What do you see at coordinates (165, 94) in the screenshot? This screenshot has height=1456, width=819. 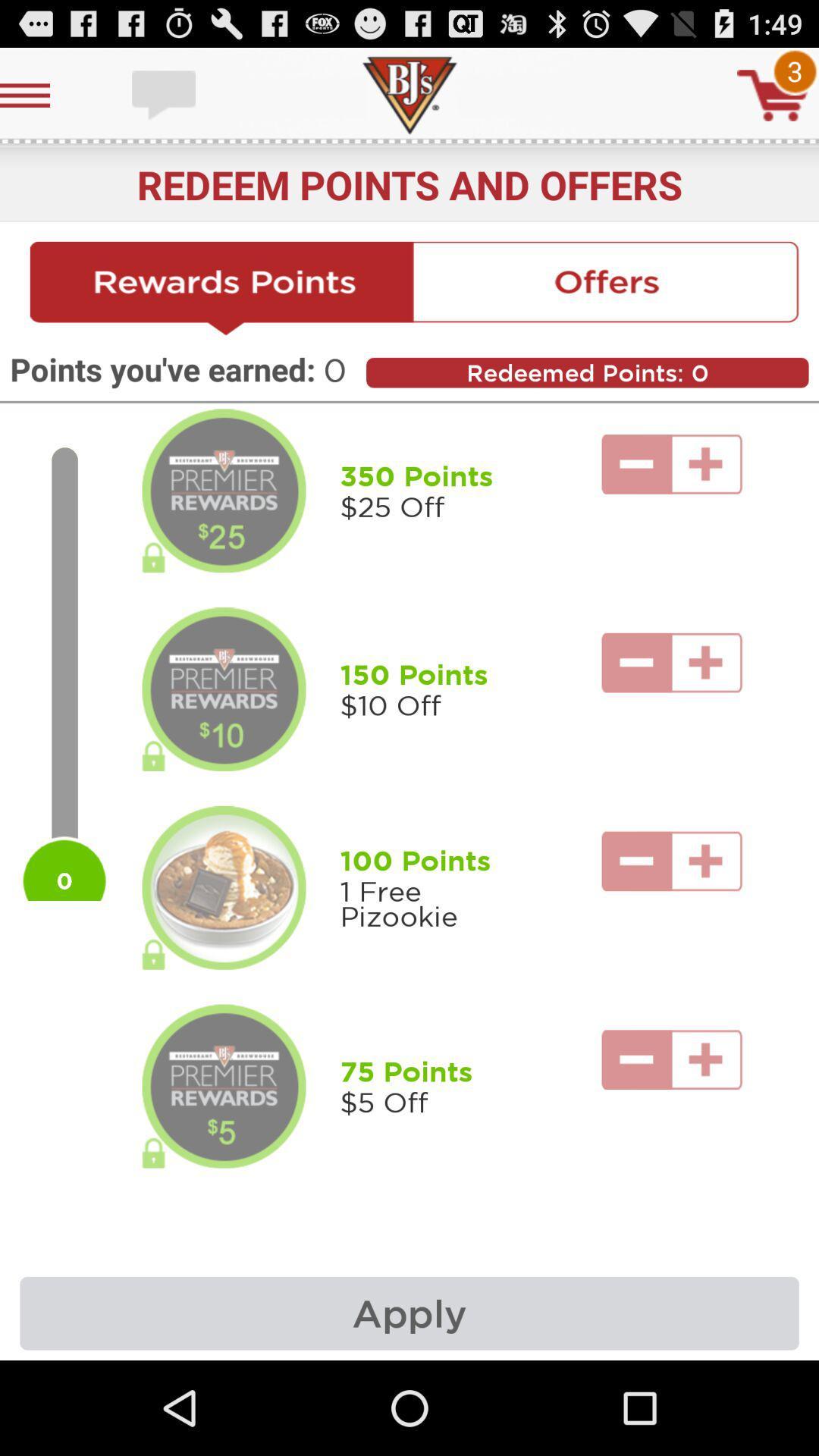 I see `message page` at bounding box center [165, 94].